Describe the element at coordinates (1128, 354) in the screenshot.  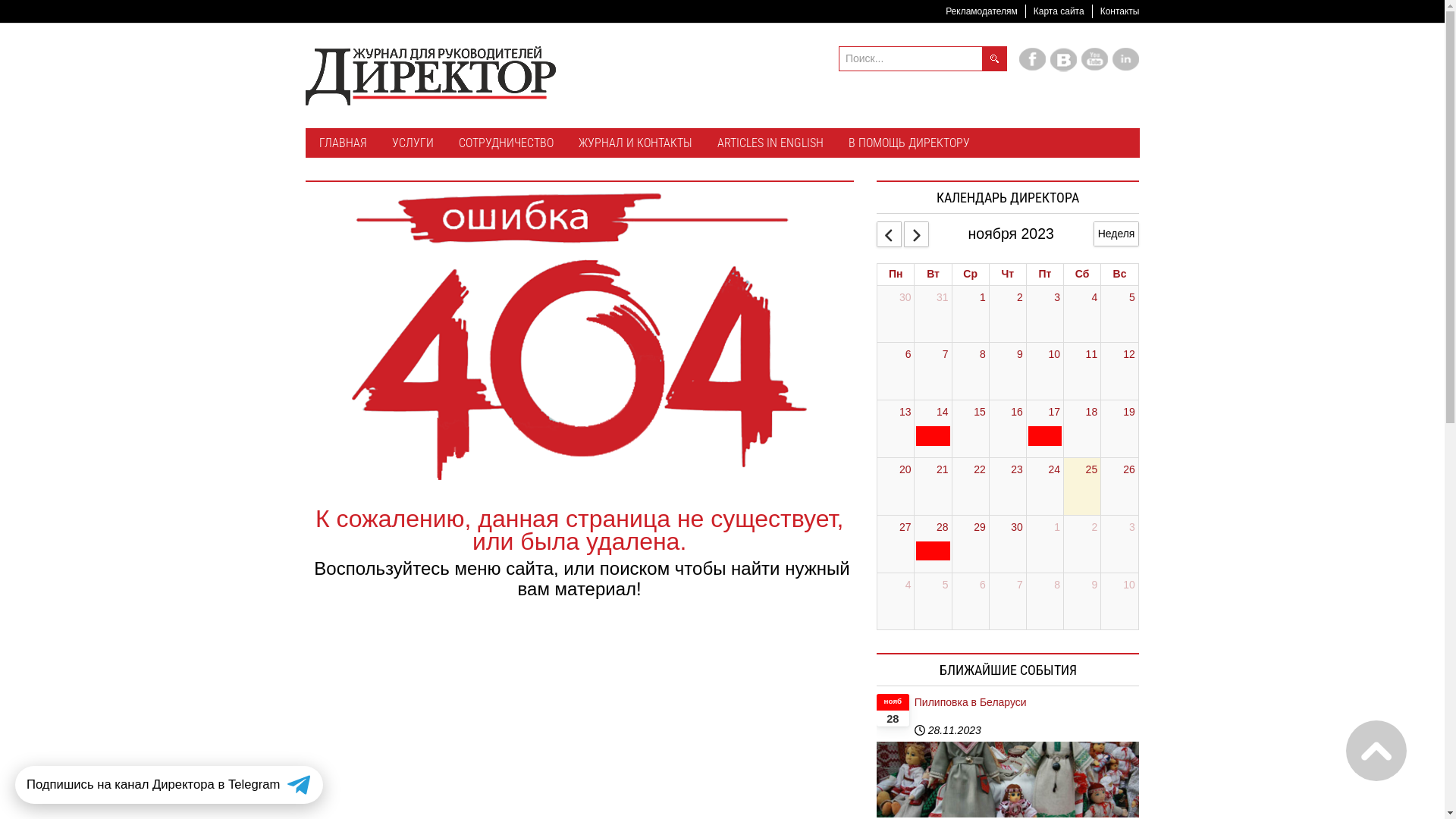
I see `'12'` at that location.